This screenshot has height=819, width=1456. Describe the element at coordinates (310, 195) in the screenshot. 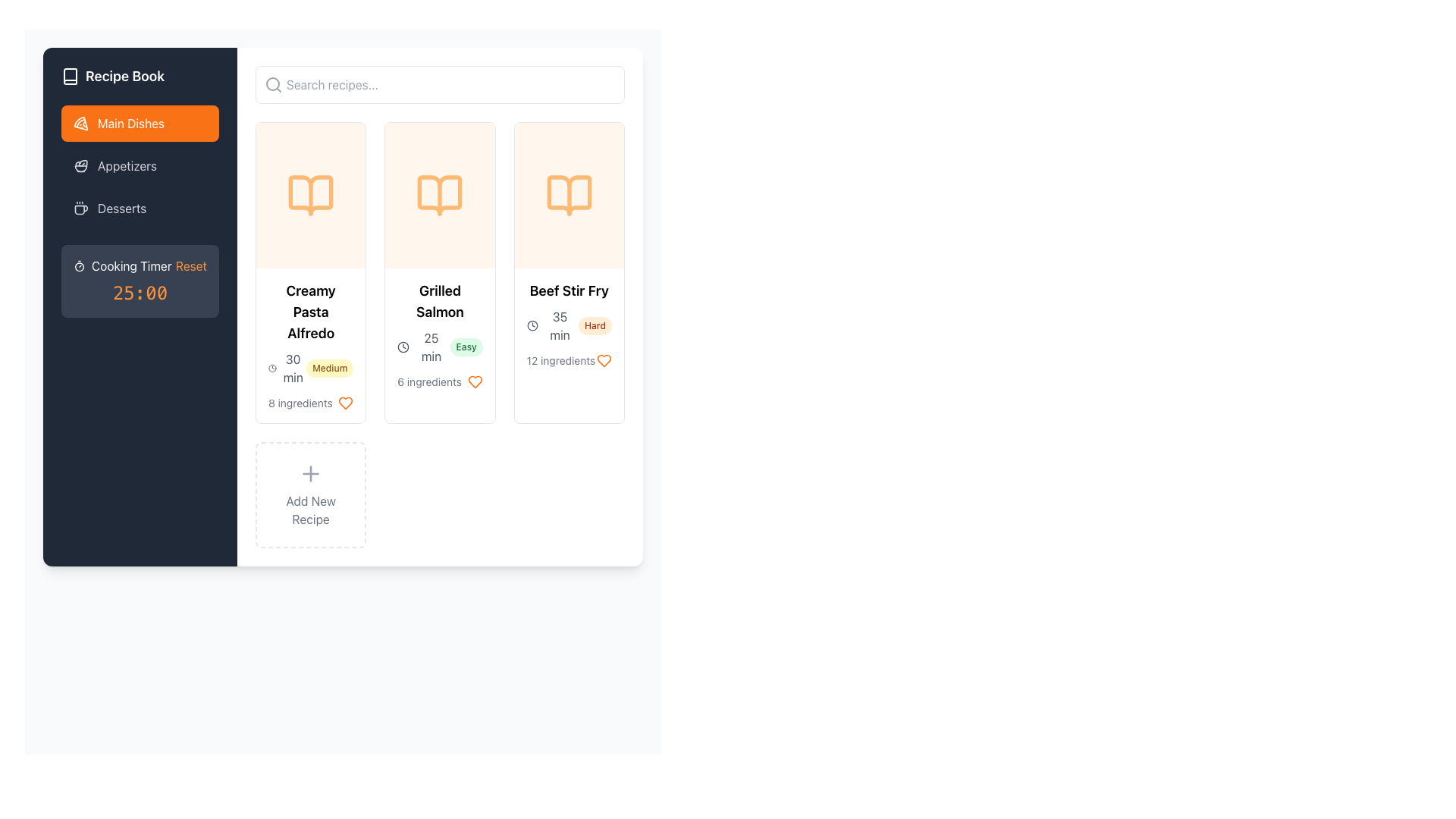

I see `the open book icon representing the recipe instructions for 'Creamy Pasta Alfredo' located in the first card of the recipe grid` at that location.